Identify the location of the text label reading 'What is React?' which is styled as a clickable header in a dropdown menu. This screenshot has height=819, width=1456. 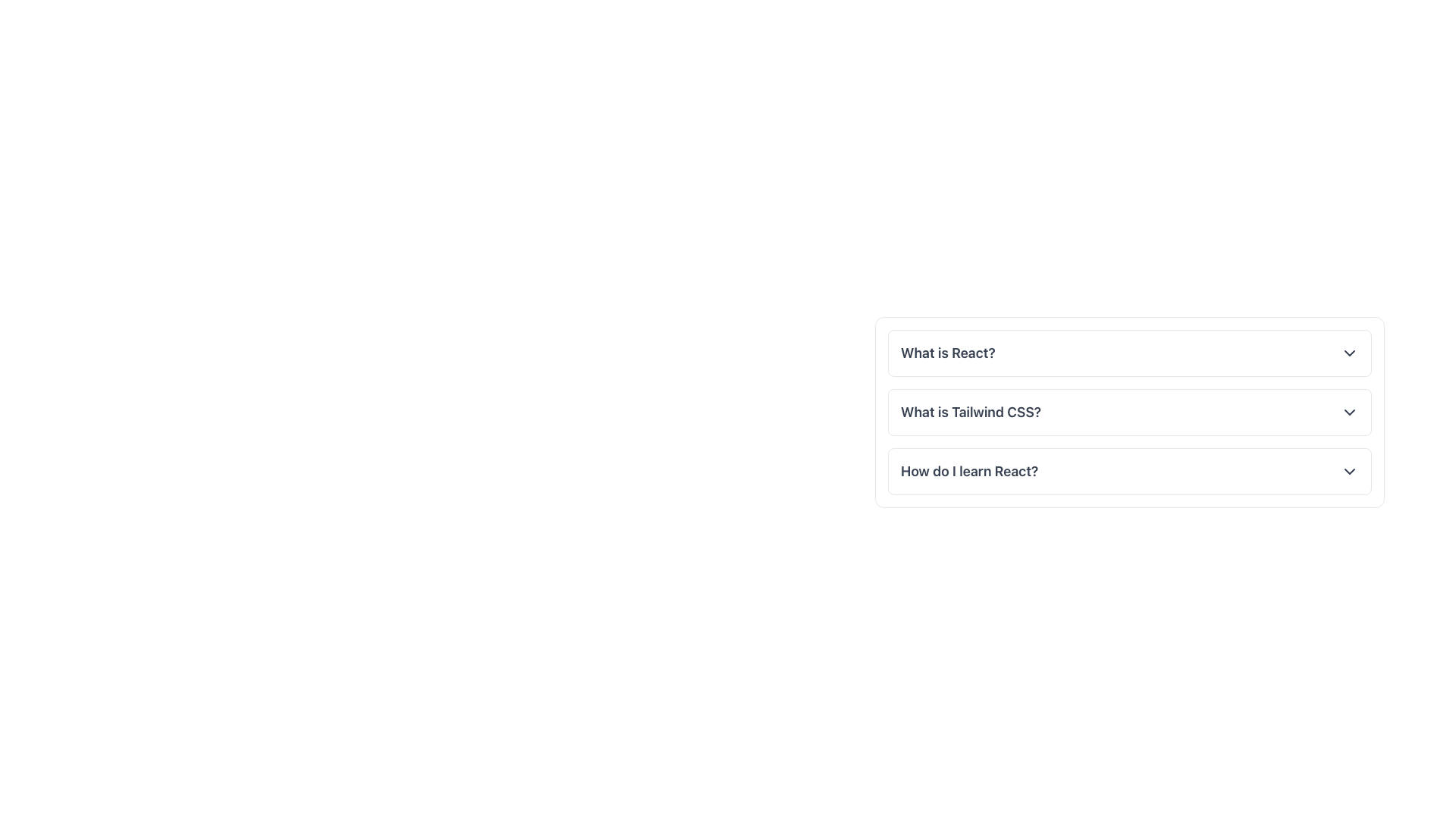
(946, 353).